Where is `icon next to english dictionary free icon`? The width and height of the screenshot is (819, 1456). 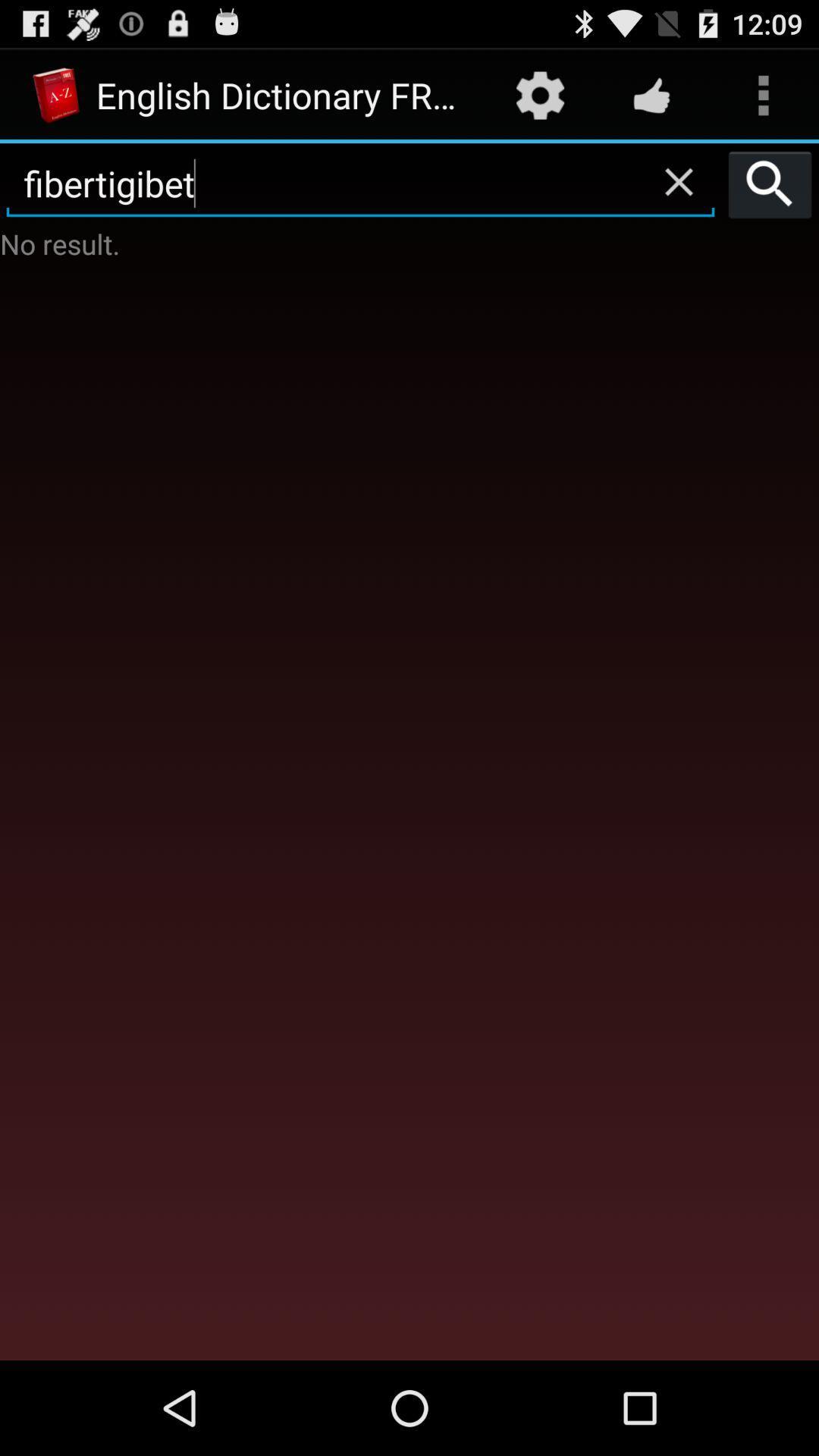 icon next to english dictionary free icon is located at coordinates (539, 94).